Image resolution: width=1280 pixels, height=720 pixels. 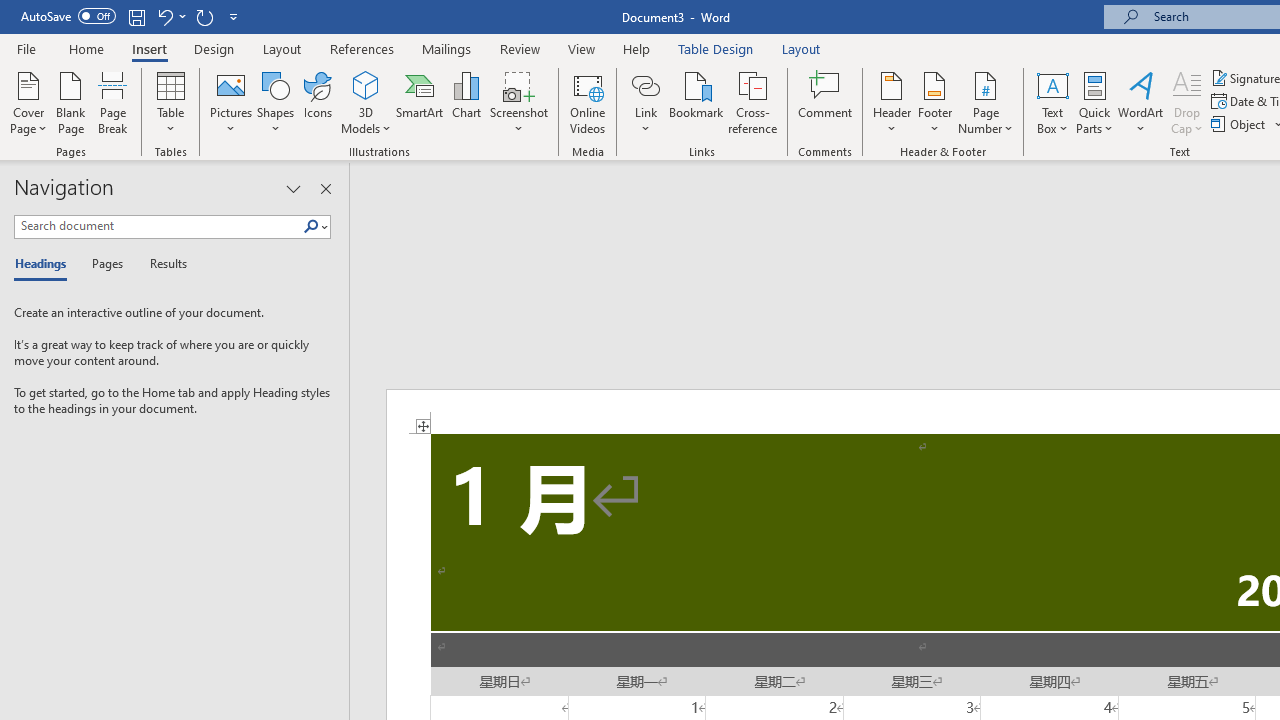 What do you see at coordinates (104, 264) in the screenshot?
I see `'Pages'` at bounding box center [104, 264].